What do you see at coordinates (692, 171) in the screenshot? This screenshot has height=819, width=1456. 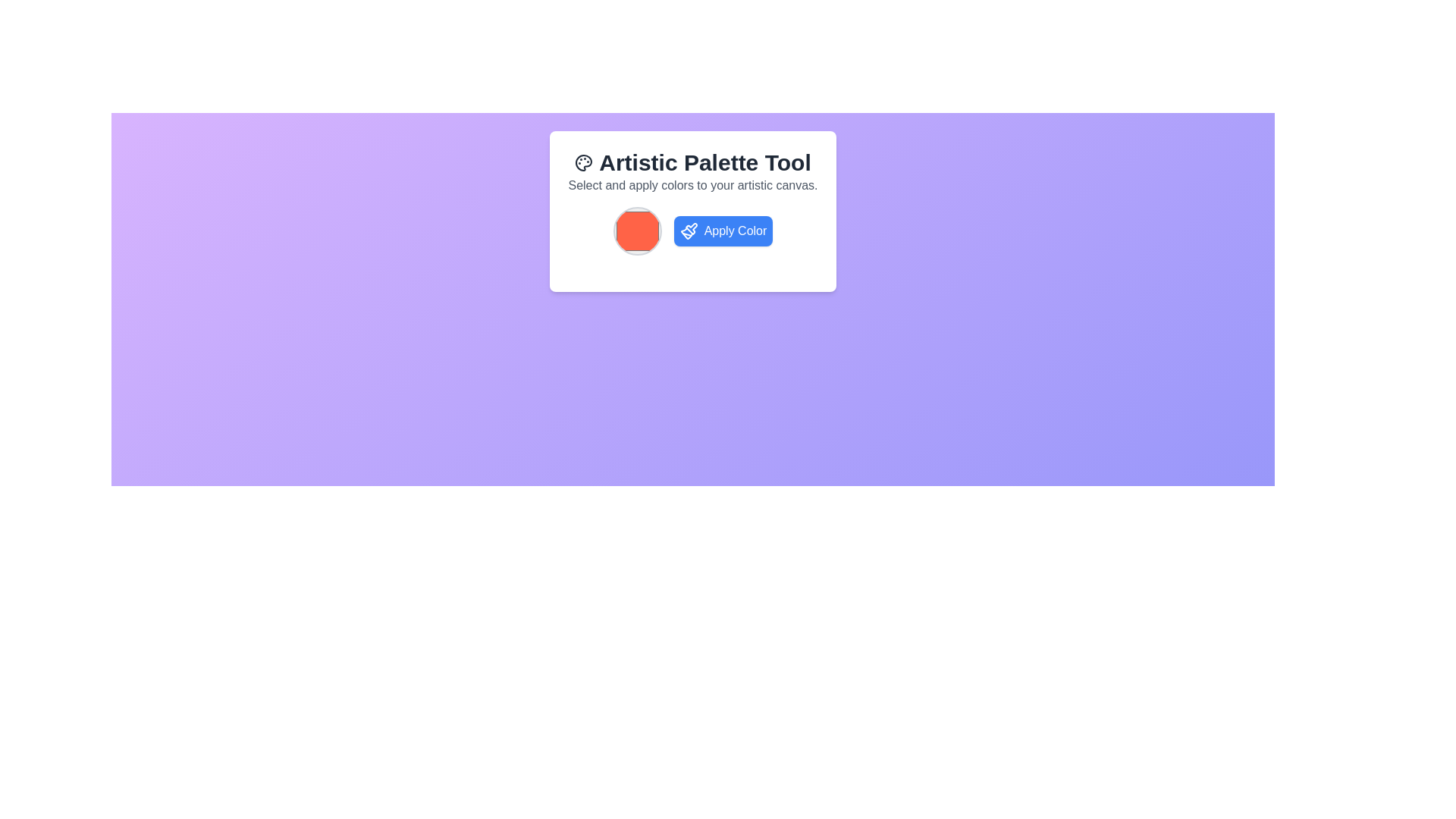 I see `the Informational Header element titled 'Artistic Palette Tool', which features a palette icon and a subtitle about selecting colors` at bounding box center [692, 171].